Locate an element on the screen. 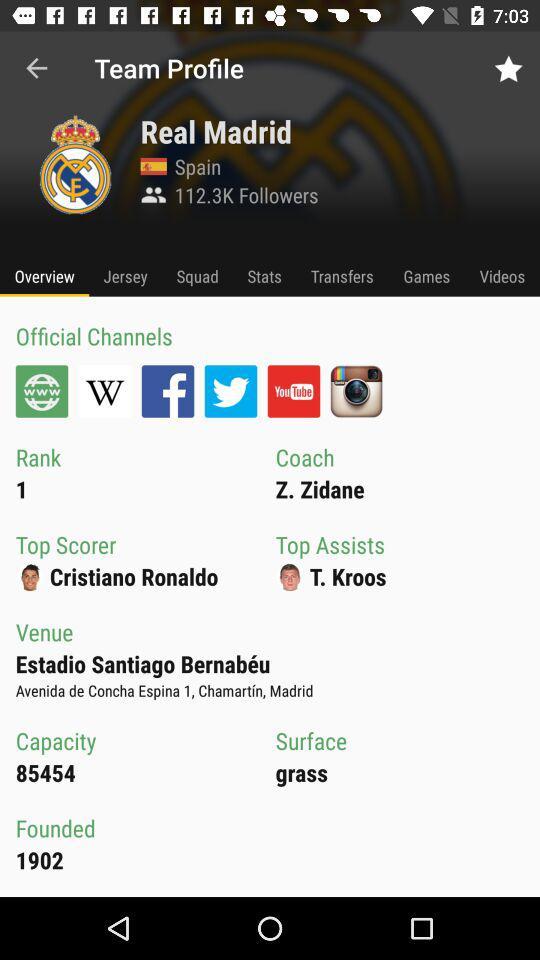 This screenshot has width=540, height=960. the icon represented to goto facebook application is located at coordinates (166, 390).